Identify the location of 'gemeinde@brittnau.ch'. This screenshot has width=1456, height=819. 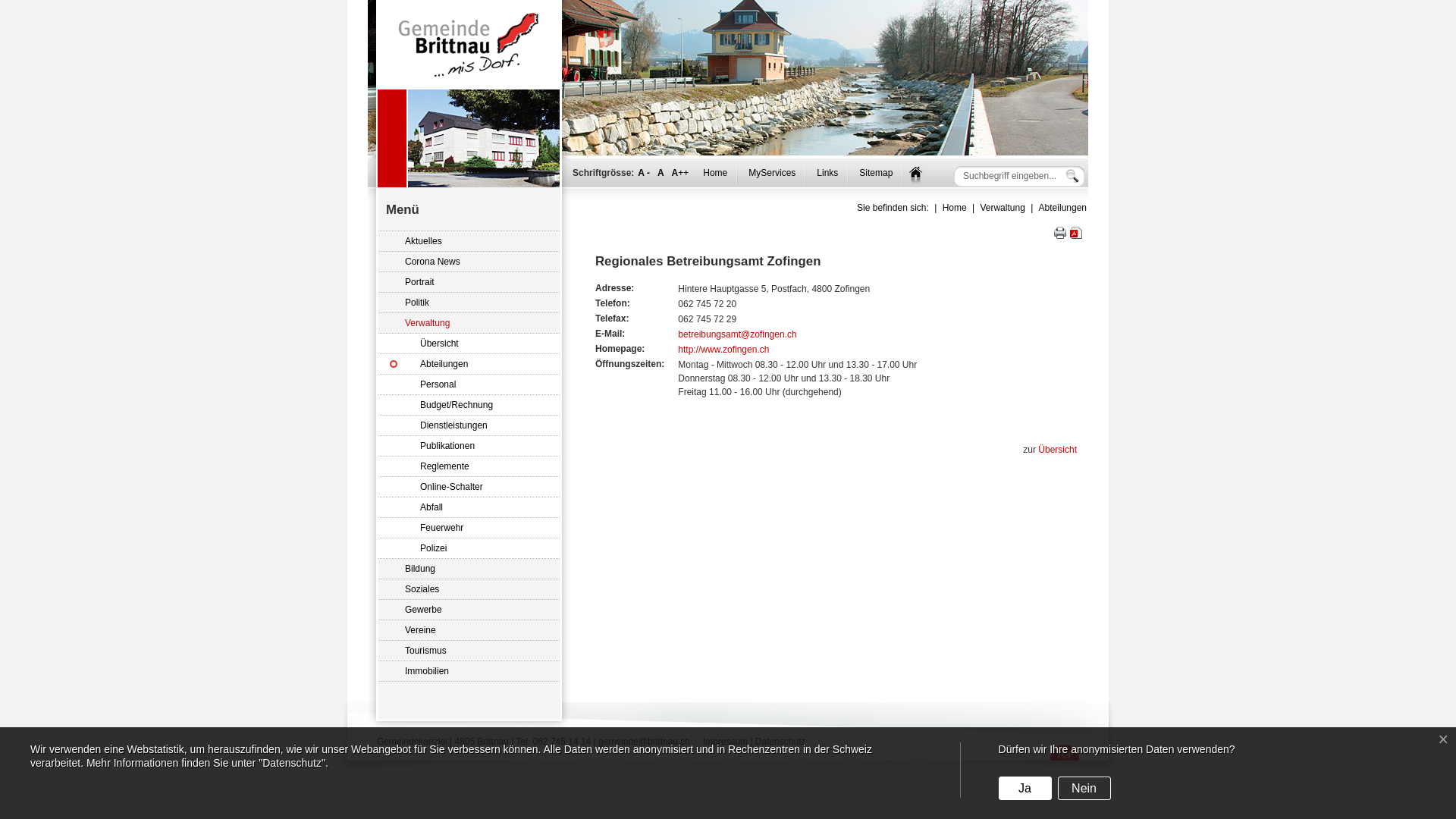
(644, 741).